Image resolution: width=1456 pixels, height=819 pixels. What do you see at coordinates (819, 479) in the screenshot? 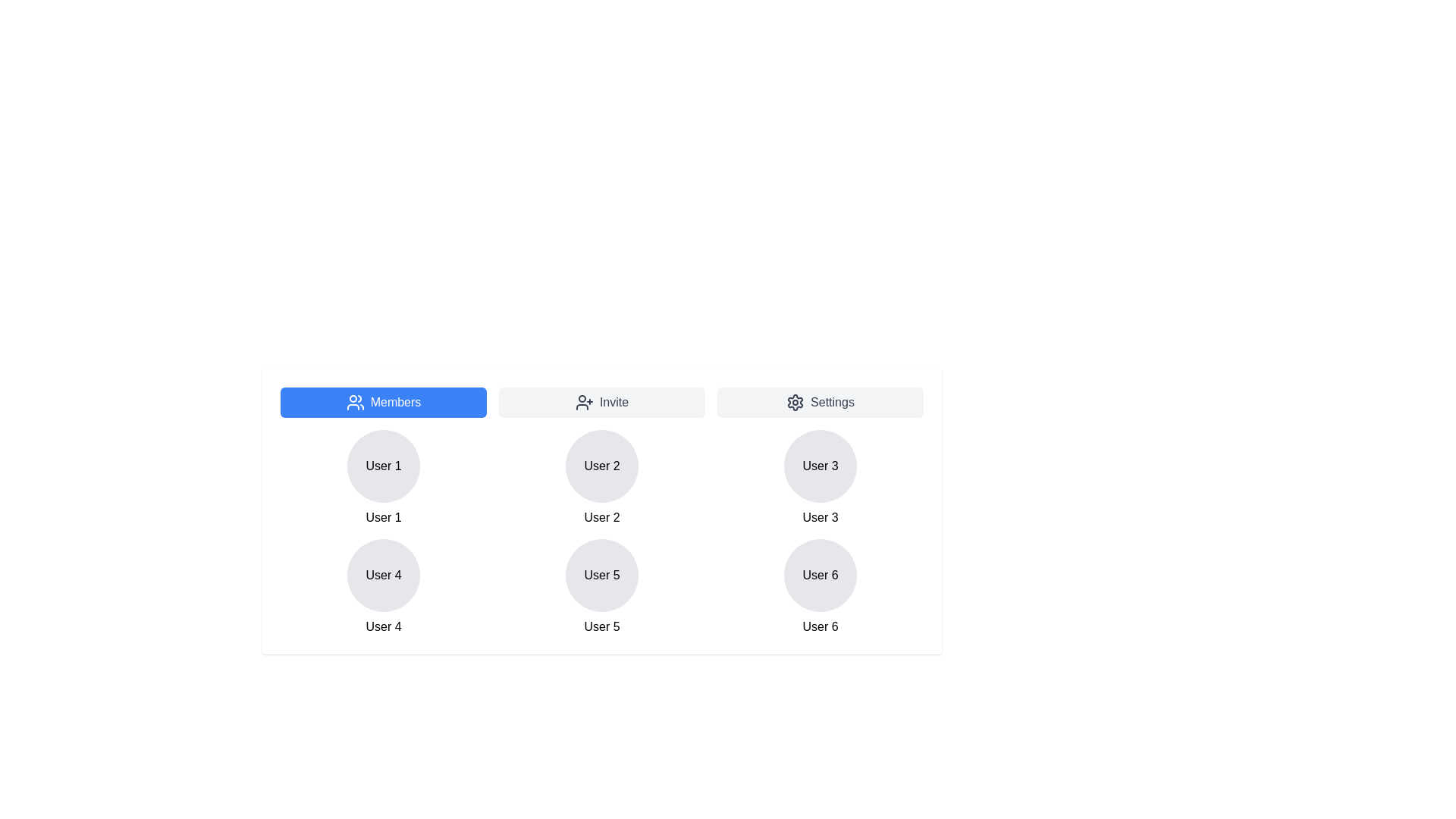
I see `the User profile display element, which features a circular avatar with a light gray background and the text 'User 3' centered within it, located in the top-right section of the grid layout` at bounding box center [819, 479].